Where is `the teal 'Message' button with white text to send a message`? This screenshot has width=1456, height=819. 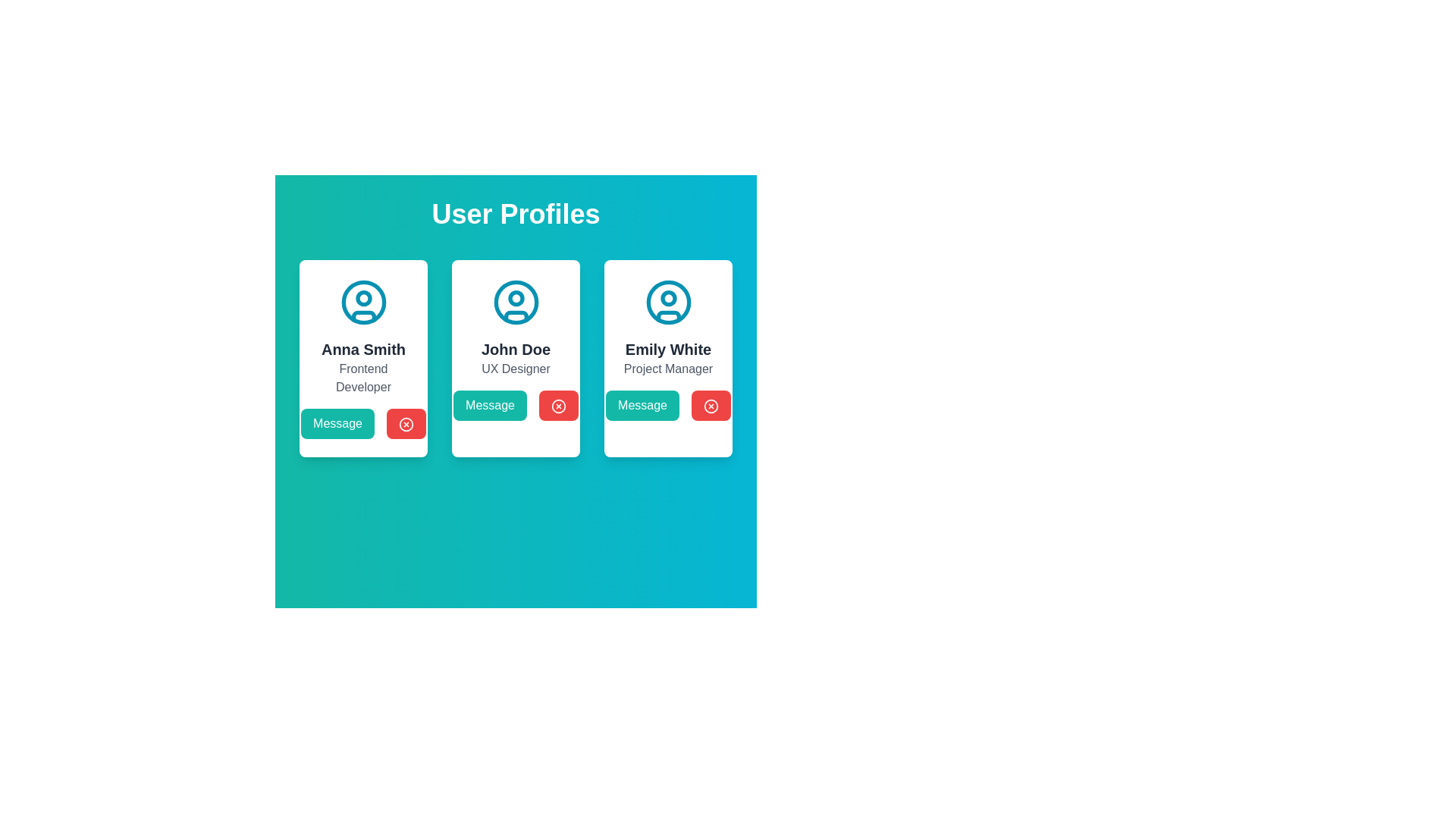
the teal 'Message' button with white text to send a message is located at coordinates (642, 405).